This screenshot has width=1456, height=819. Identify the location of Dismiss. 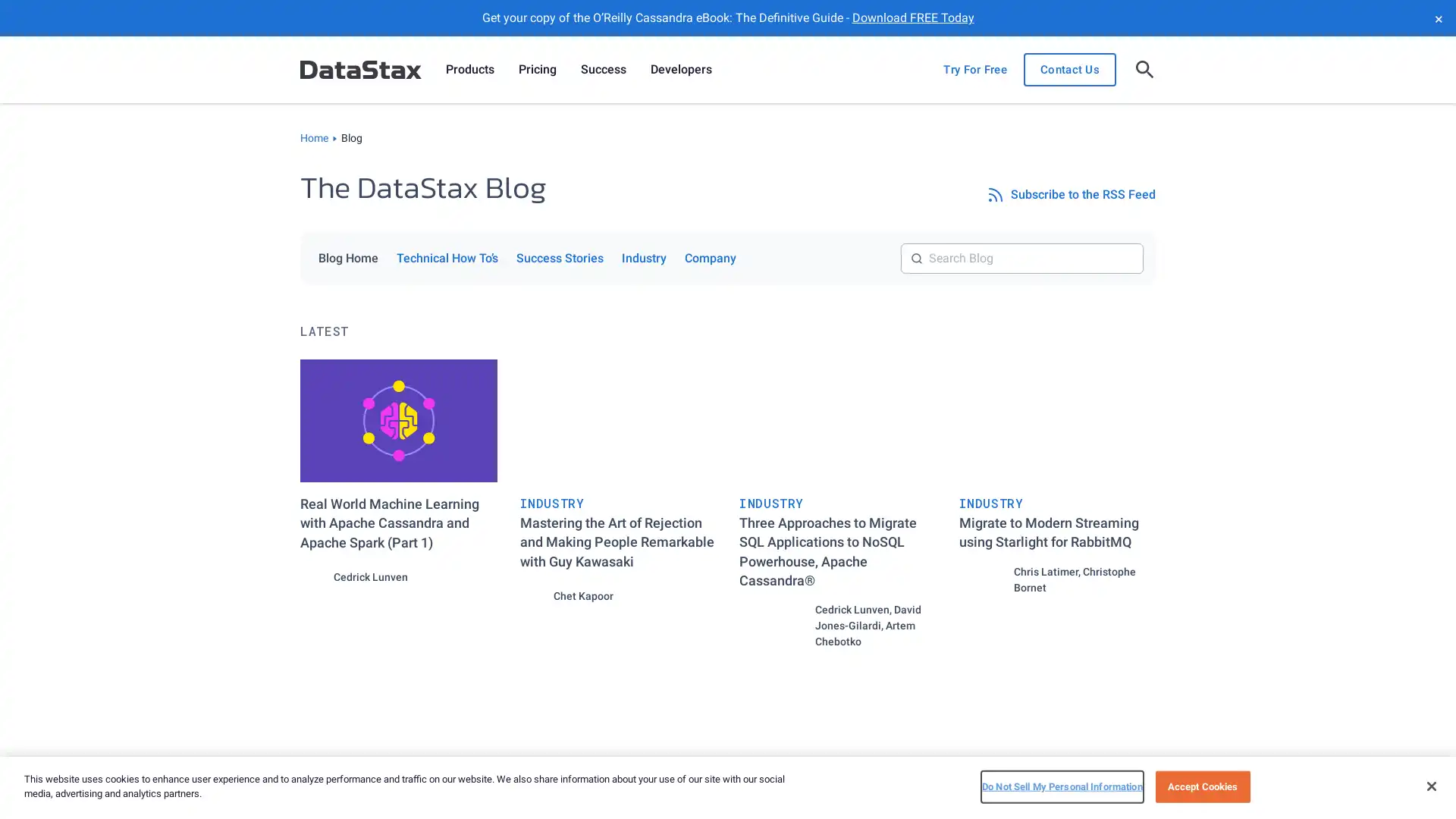
(1437, 17).